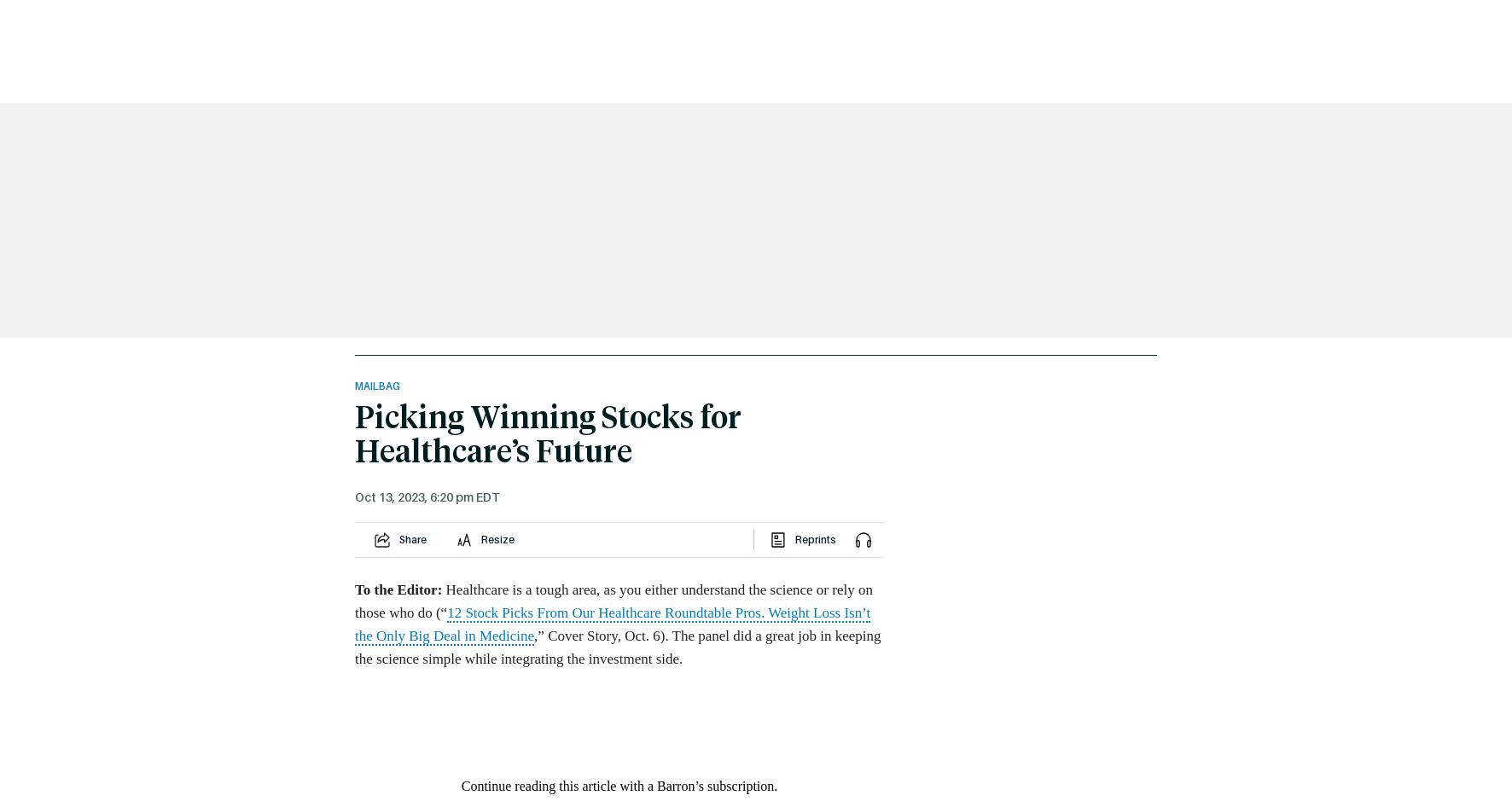 This screenshot has height=807, width=1512. I want to click on 'Share', so click(411, 539).